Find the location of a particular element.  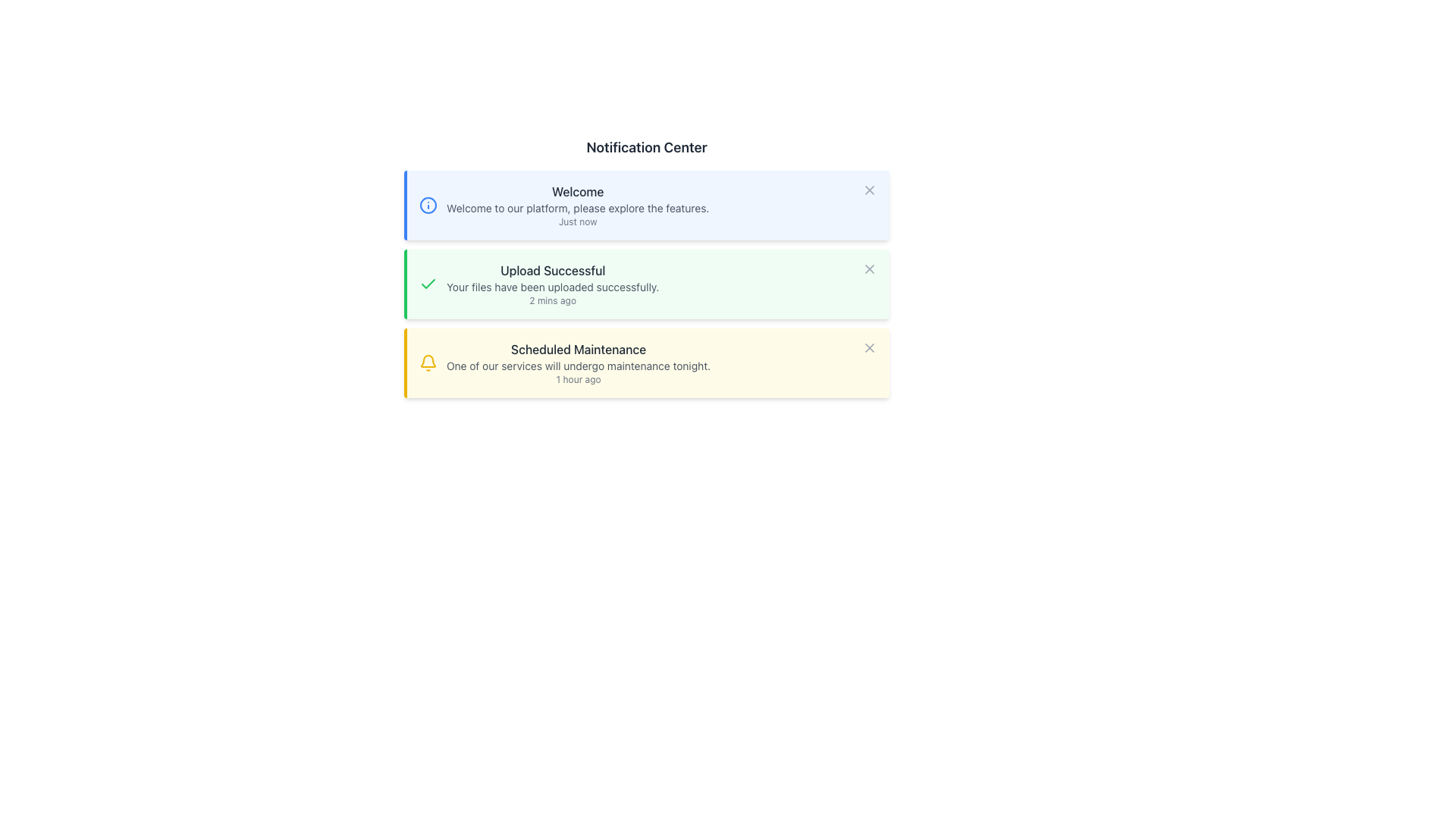

the informational note icon positioned to the far-left of the first notification entry, directly preceding the 'Welcome' text block is located at coordinates (428, 205).